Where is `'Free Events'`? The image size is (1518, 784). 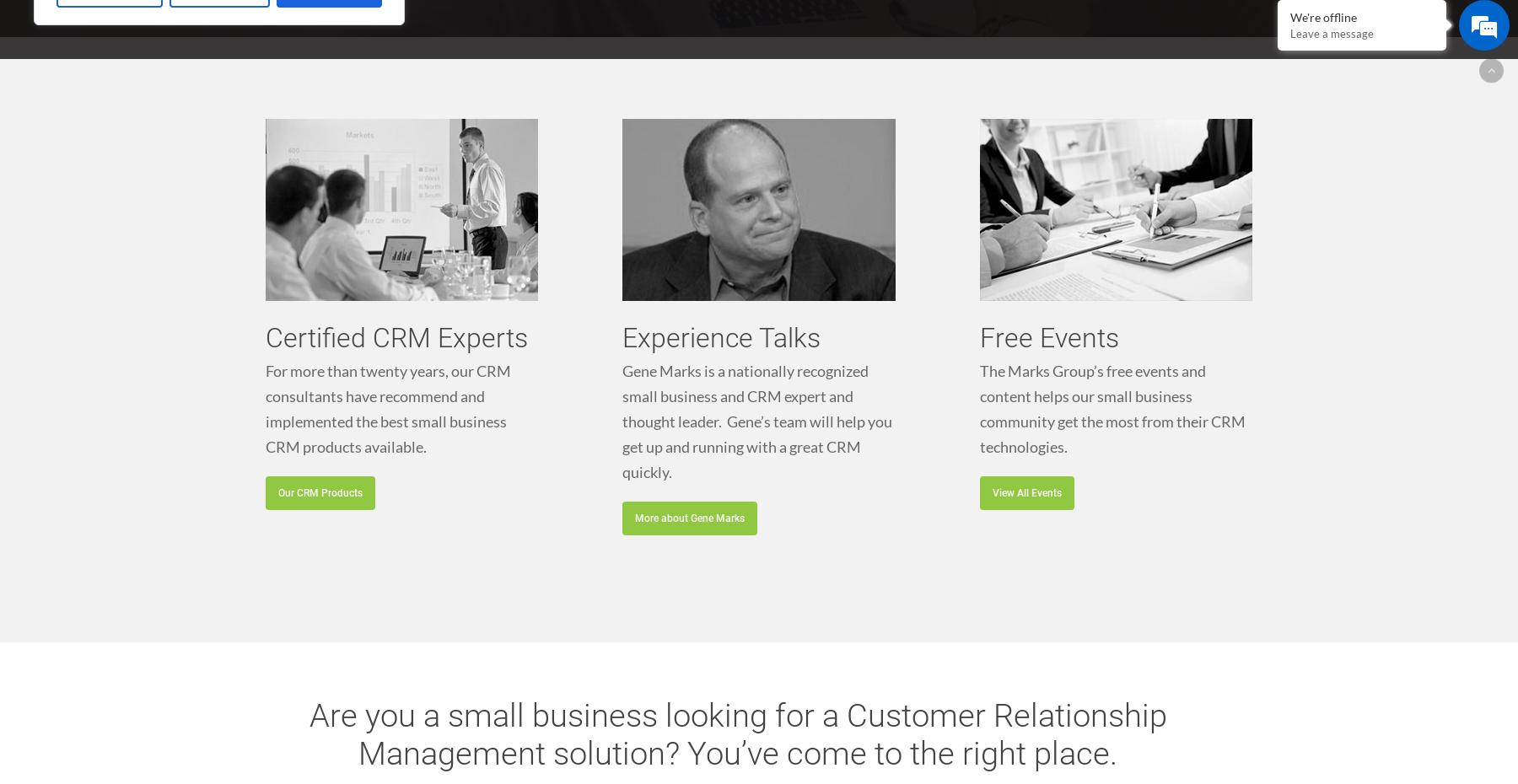
'Free Events' is located at coordinates (1048, 336).